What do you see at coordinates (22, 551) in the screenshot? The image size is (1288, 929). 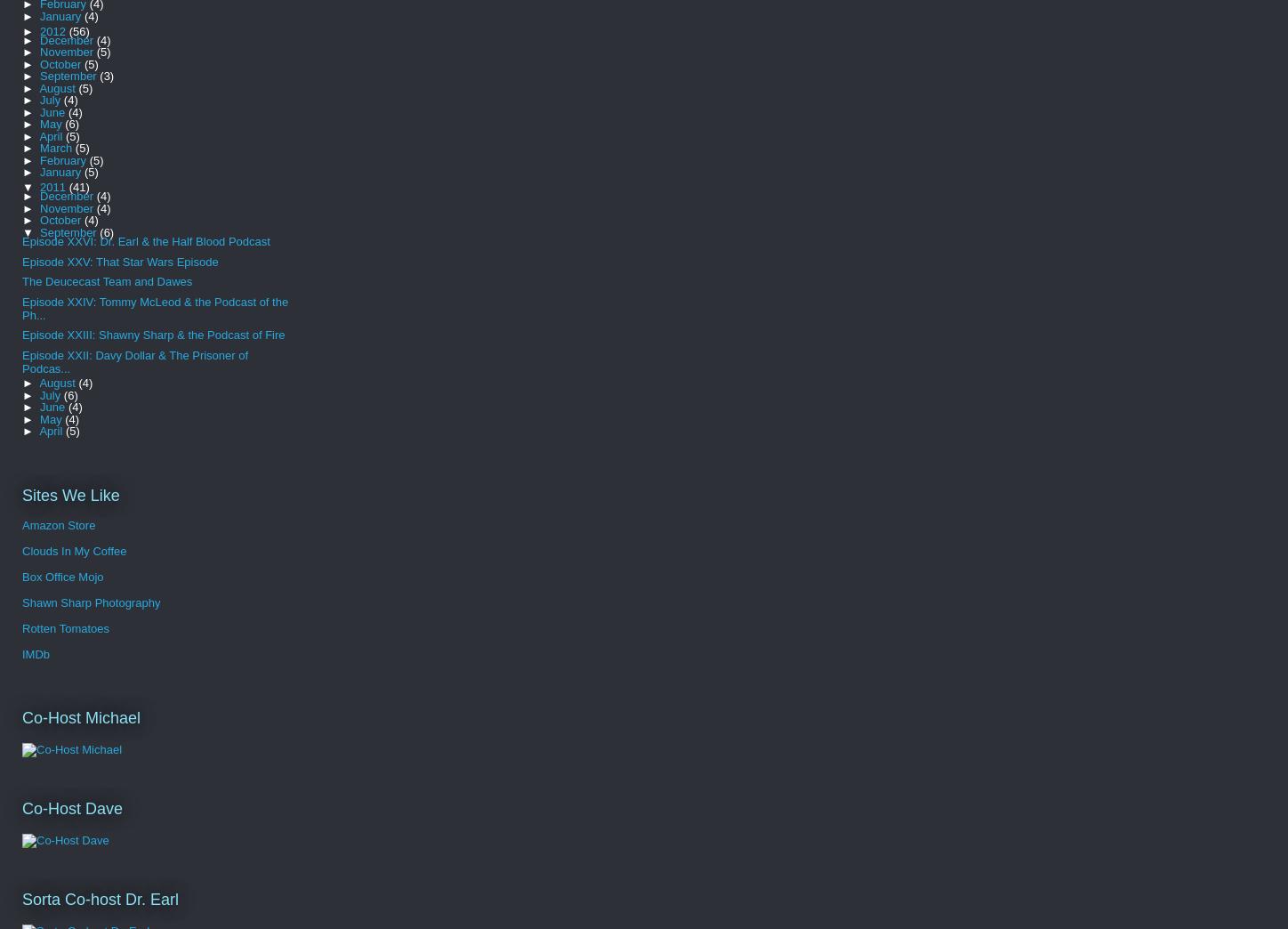 I see `'Clouds In My Coffee'` at bounding box center [22, 551].